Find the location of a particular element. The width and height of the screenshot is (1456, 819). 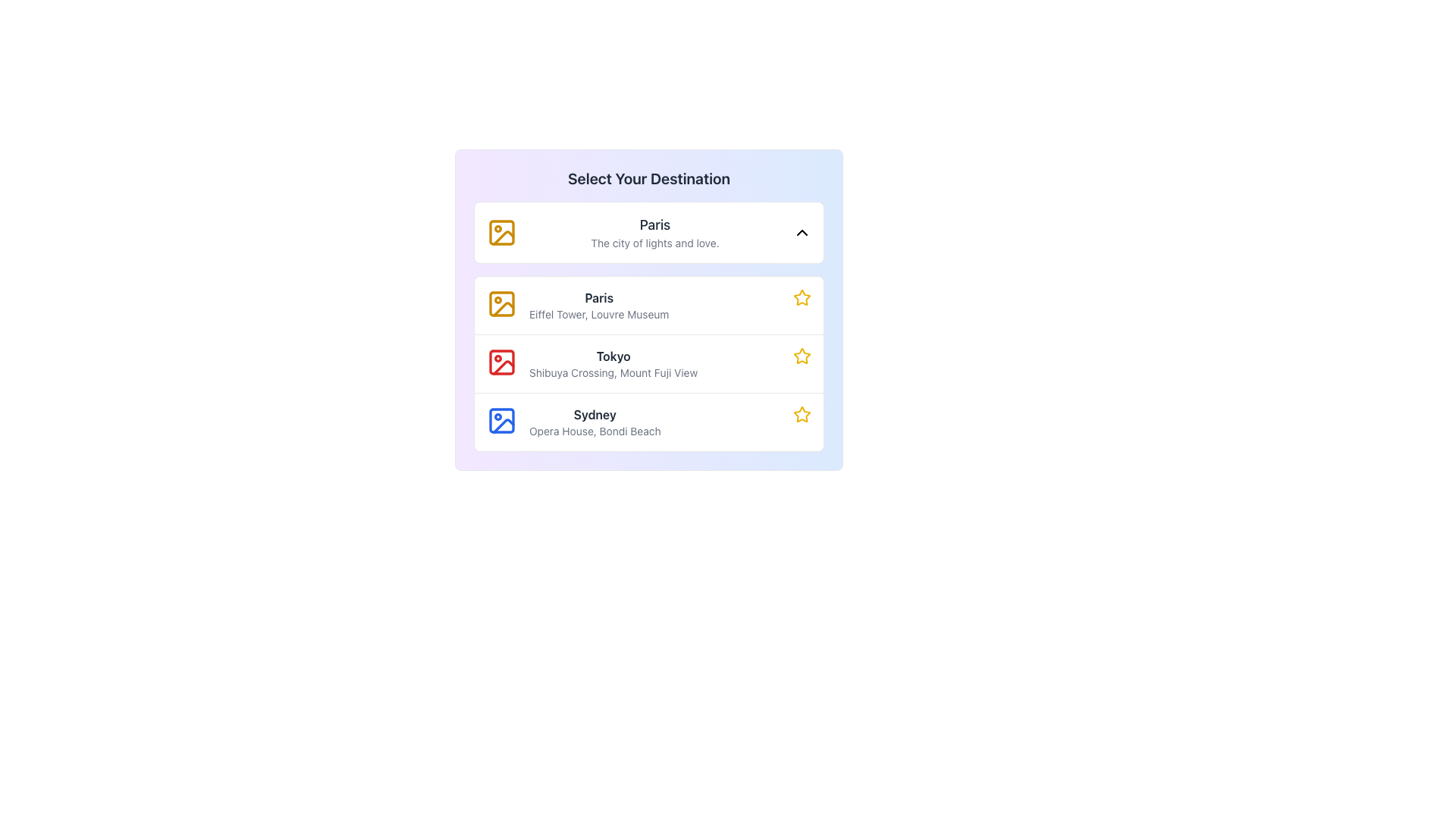

the text label that features a bold 'Paris' title and a smaller 'Eiffel Tower, Louvre Museum' subtitle, located in the second card of a vertical list within the selection menu is located at coordinates (598, 305).